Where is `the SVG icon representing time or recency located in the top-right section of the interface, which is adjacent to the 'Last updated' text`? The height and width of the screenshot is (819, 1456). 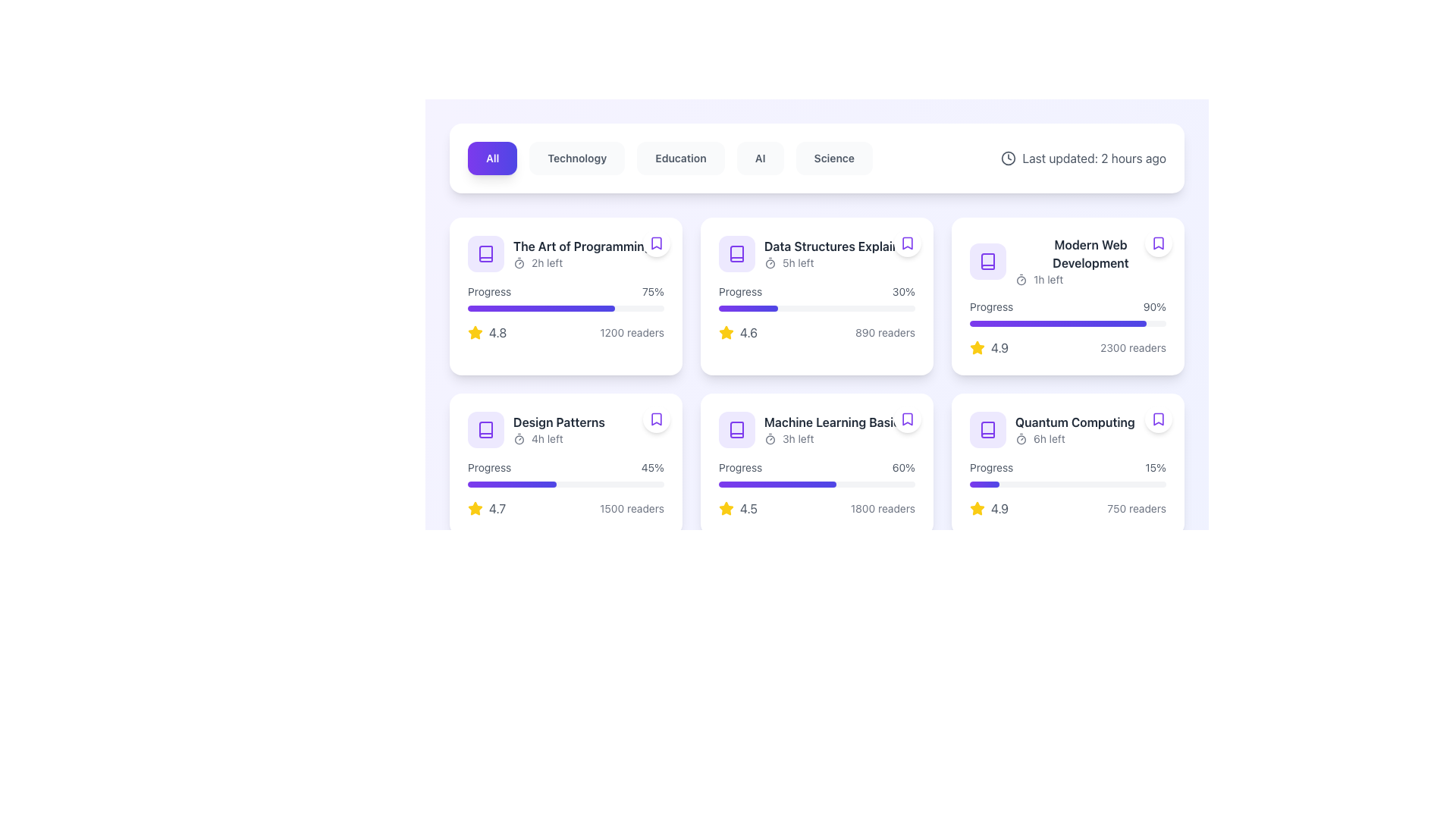
the SVG icon representing time or recency located in the top-right section of the interface, which is adjacent to the 'Last updated' text is located at coordinates (1009, 158).